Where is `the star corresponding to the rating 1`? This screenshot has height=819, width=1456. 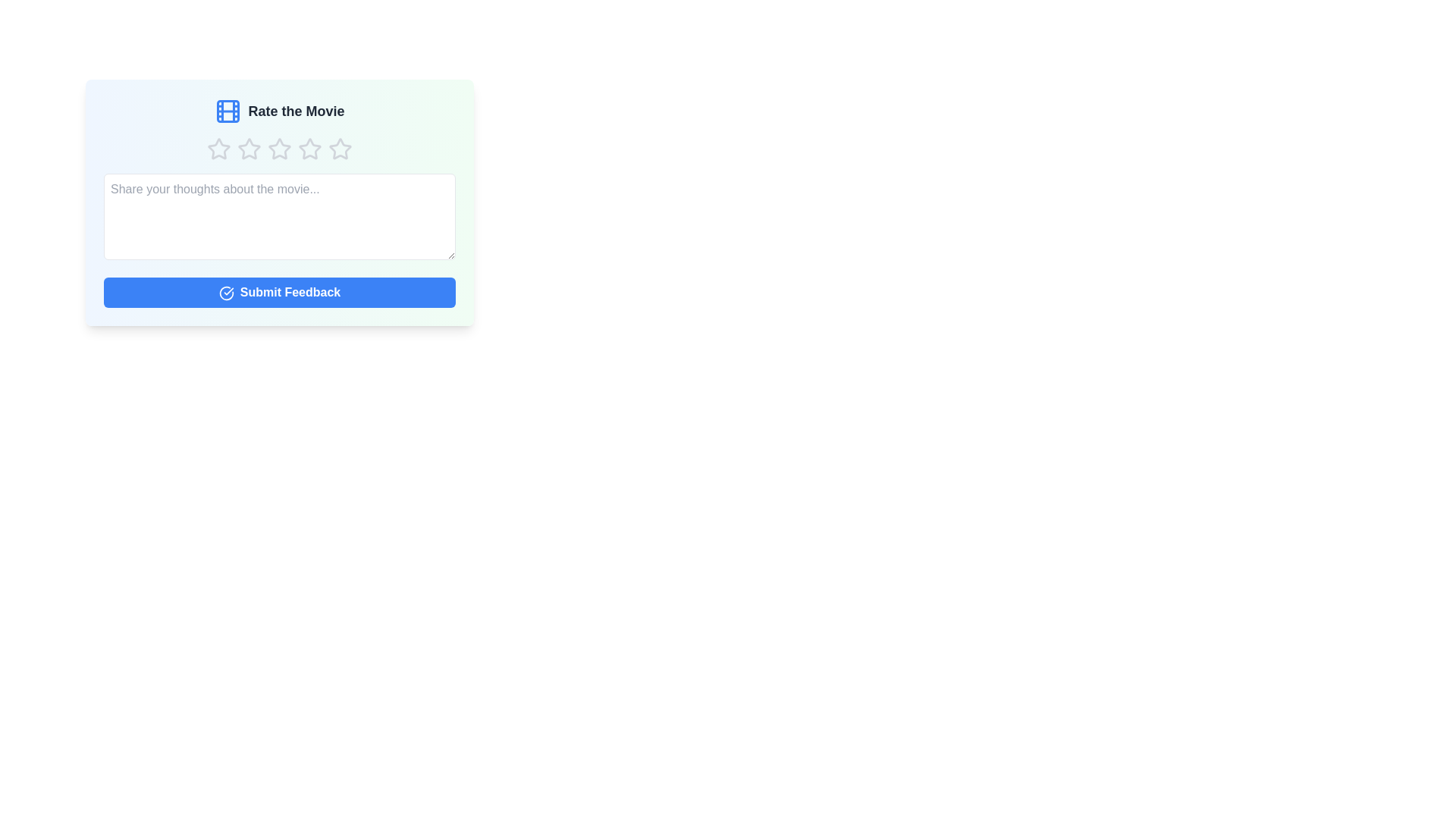
the star corresponding to the rating 1 is located at coordinates (218, 149).